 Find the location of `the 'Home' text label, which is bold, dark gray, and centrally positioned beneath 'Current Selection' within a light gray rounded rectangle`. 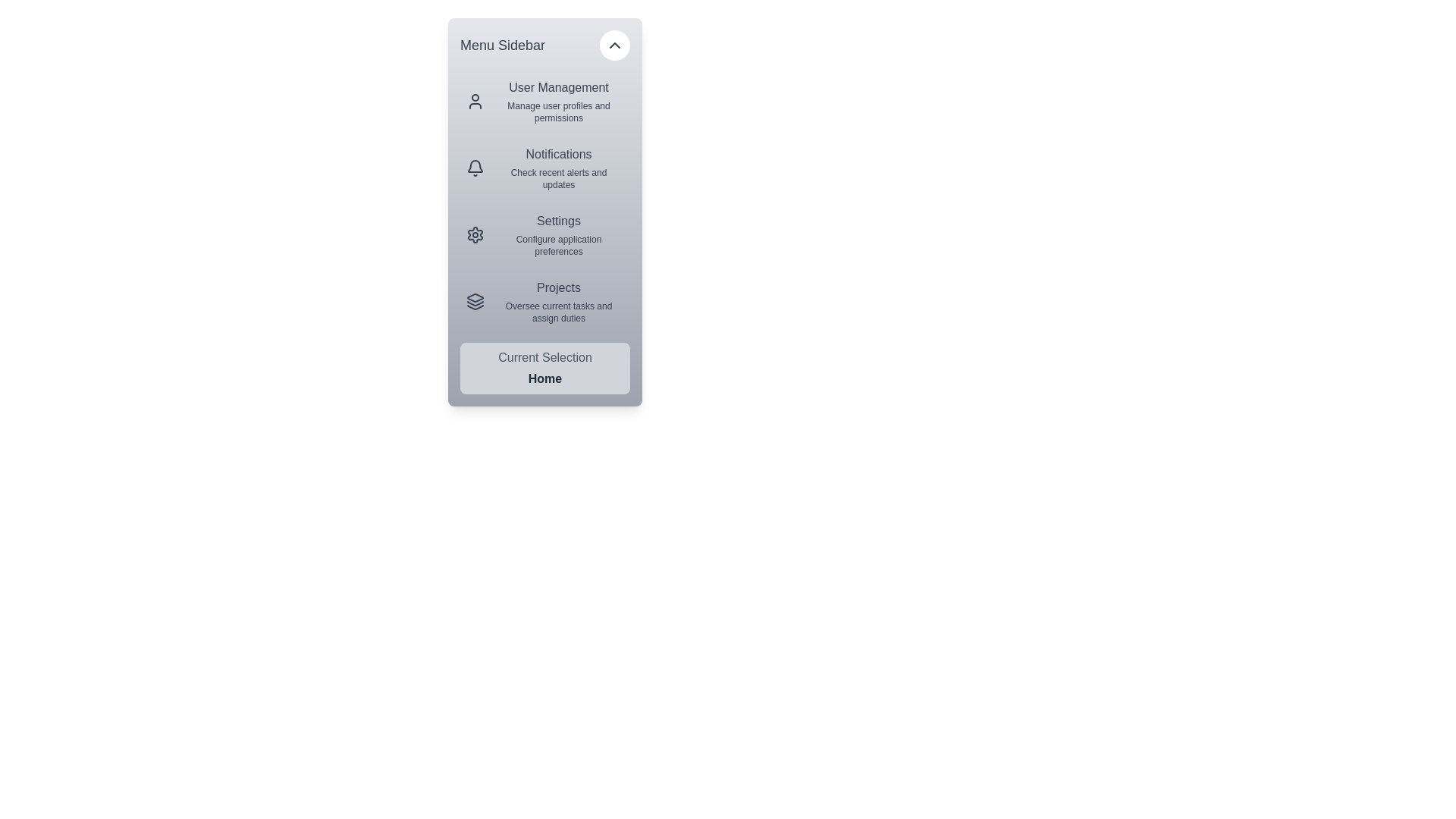

the 'Home' text label, which is bold, dark gray, and centrally positioned beneath 'Current Selection' within a light gray rounded rectangle is located at coordinates (545, 378).